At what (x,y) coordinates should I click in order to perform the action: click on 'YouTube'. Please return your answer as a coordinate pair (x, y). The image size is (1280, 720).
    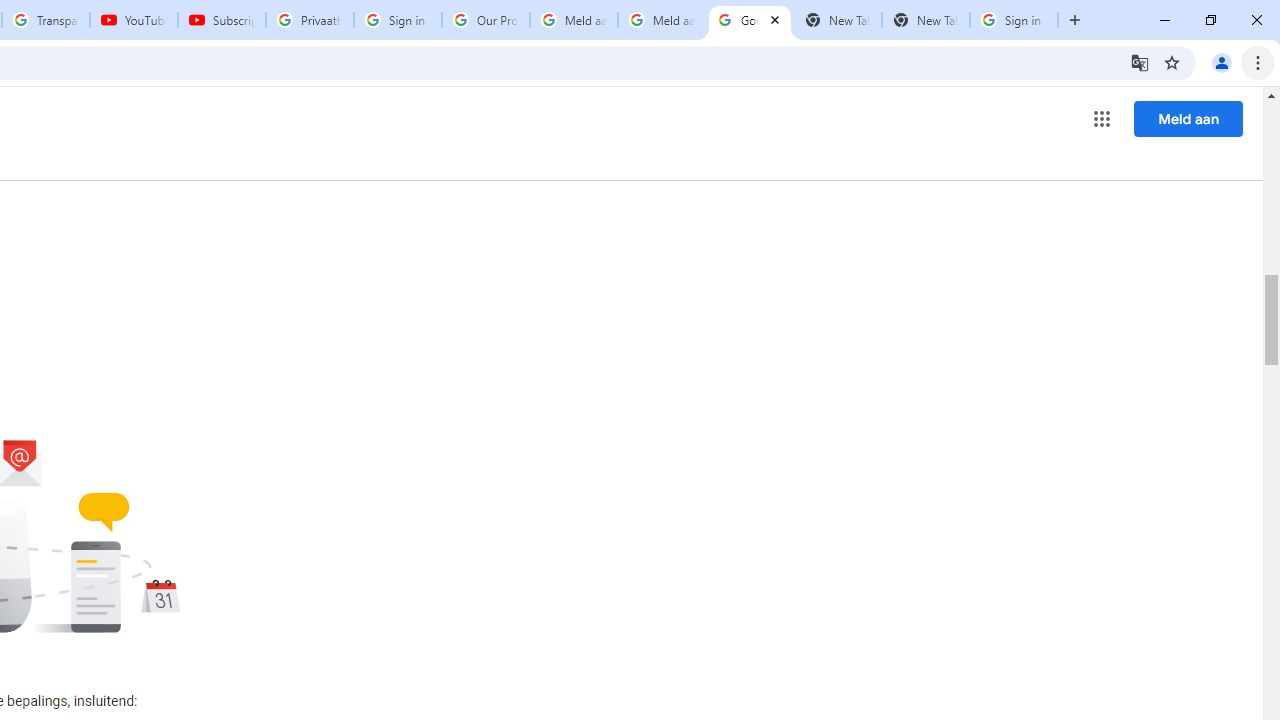
    Looking at the image, I should click on (132, 20).